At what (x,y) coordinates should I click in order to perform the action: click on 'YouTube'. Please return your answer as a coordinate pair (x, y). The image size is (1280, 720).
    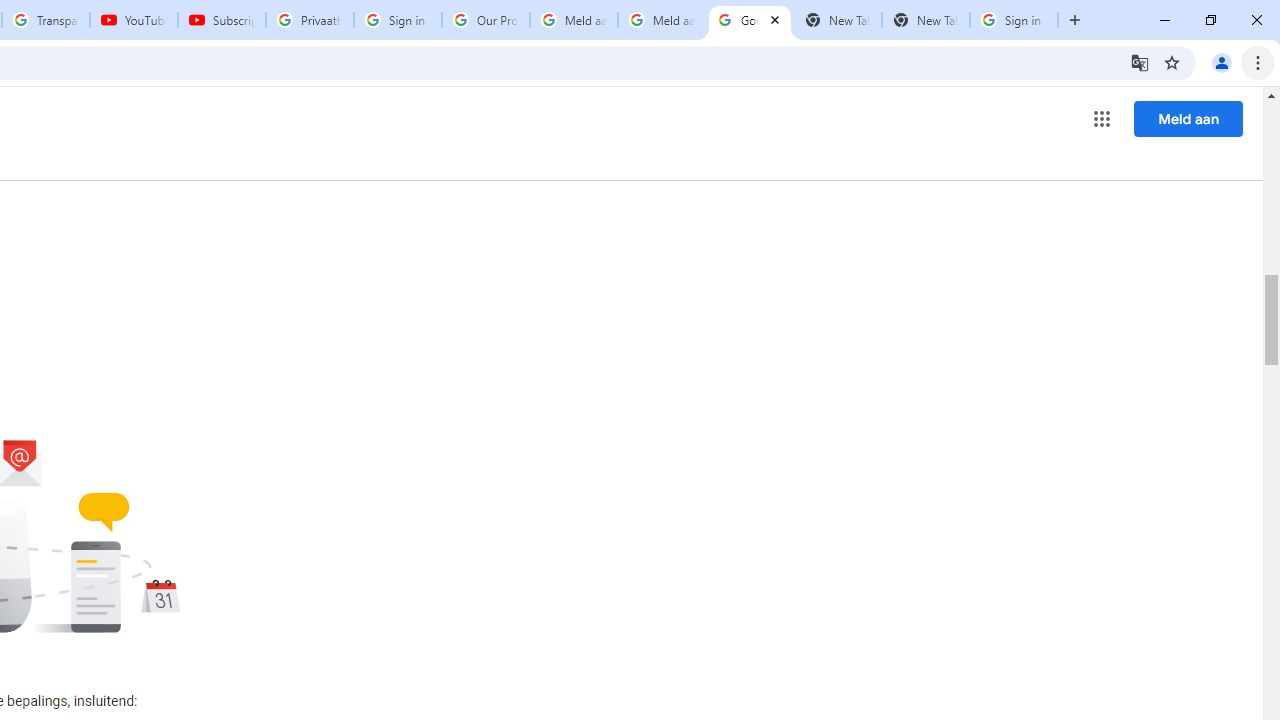
    Looking at the image, I should click on (132, 20).